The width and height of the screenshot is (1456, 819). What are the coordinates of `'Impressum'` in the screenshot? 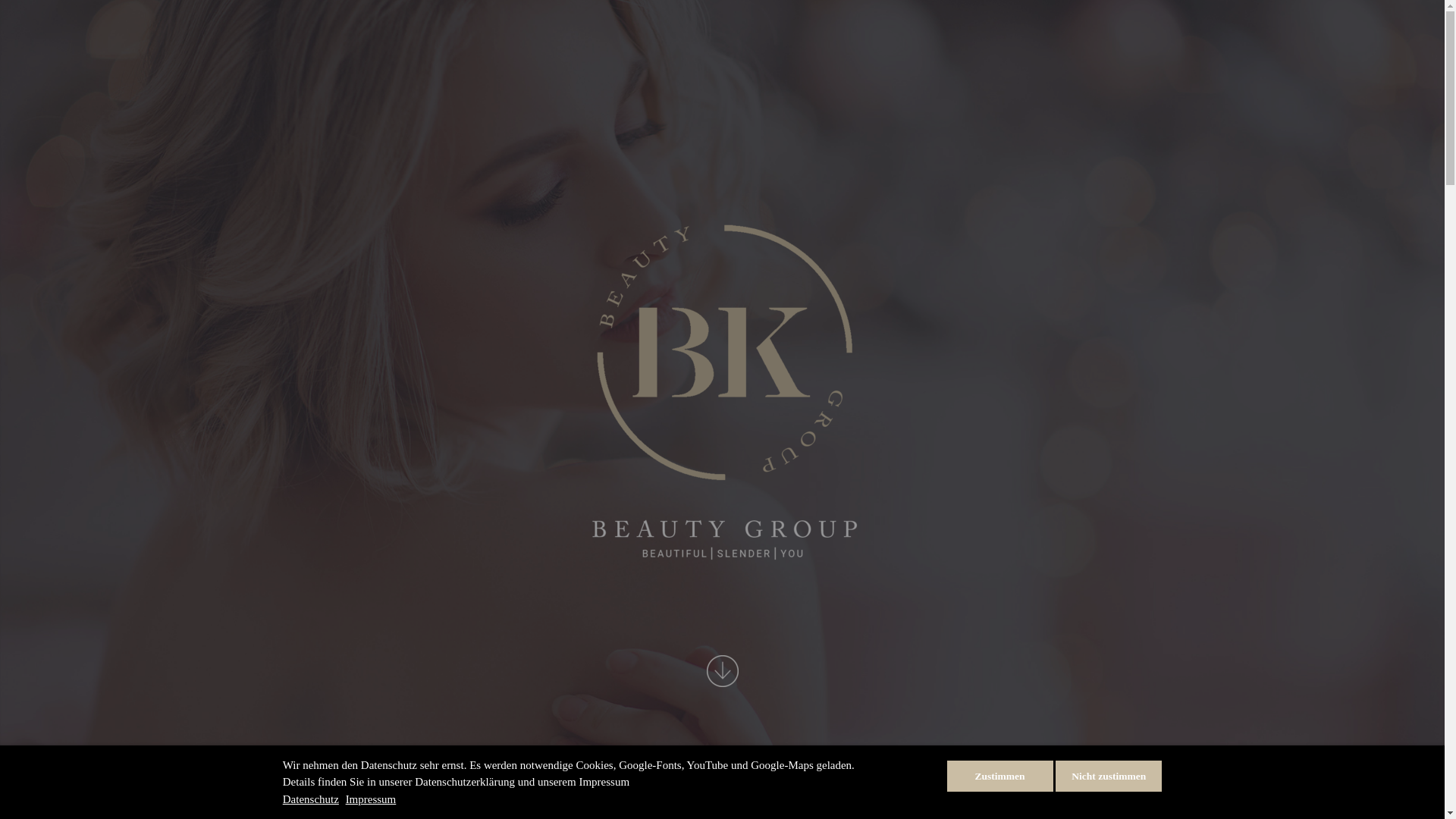 It's located at (371, 798).